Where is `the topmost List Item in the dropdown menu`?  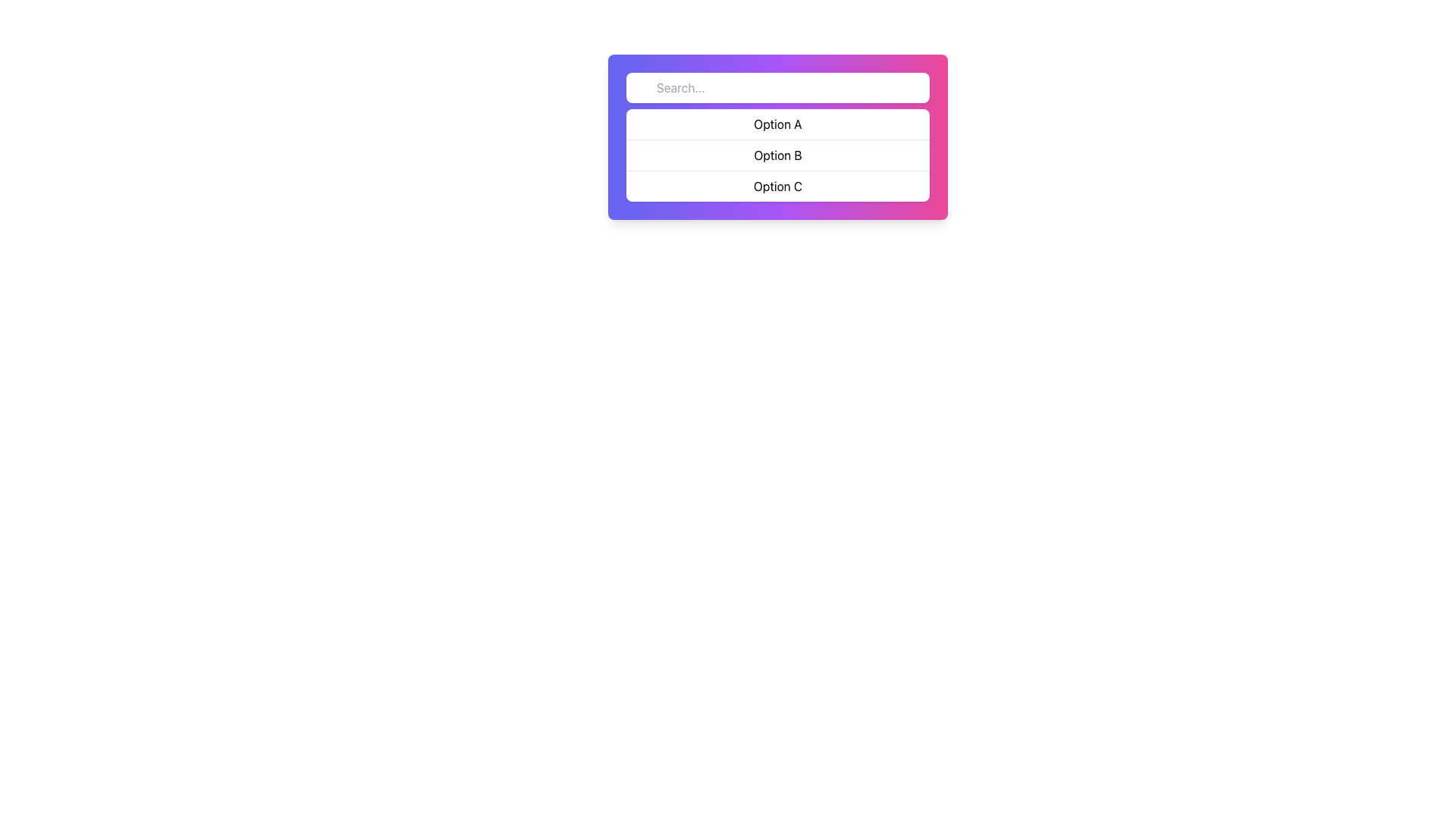
the topmost List Item in the dropdown menu is located at coordinates (778, 124).